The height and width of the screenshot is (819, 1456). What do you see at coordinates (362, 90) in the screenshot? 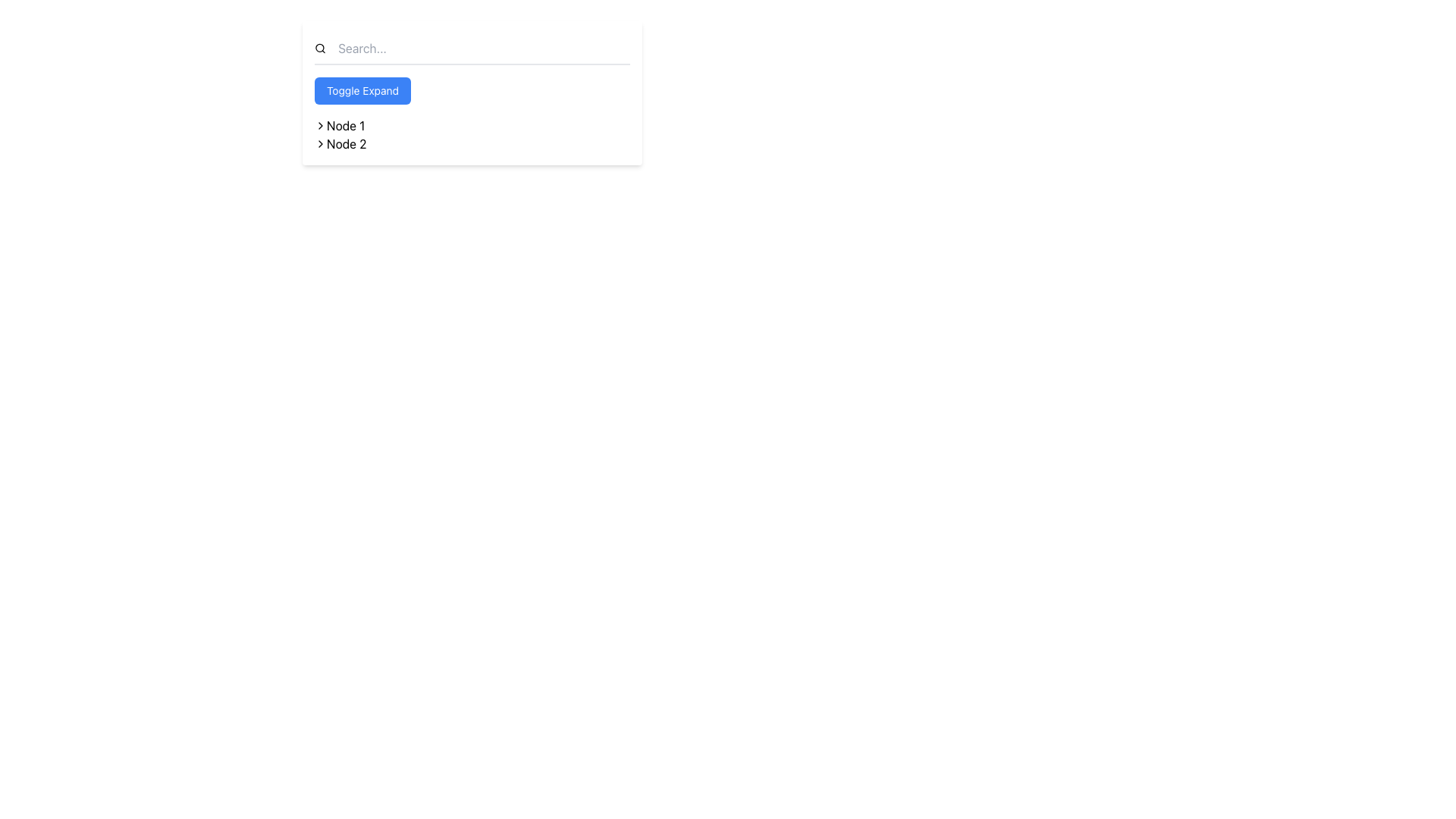
I see `the toggle button located in the top-left region of the section near the search bar` at bounding box center [362, 90].